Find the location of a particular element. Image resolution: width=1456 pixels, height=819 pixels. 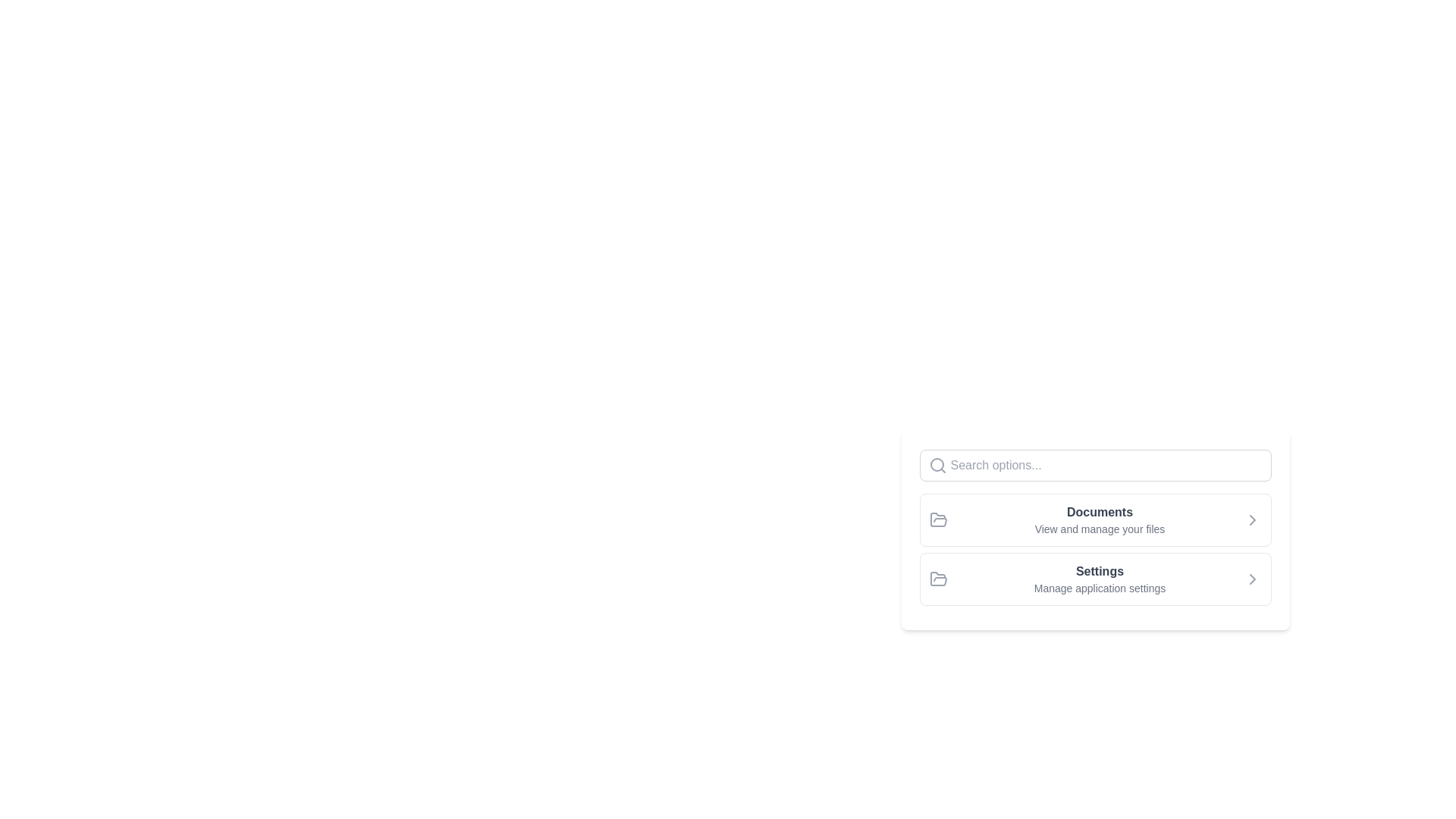

the 'Documents' button, which is the first option in the vertical list, featuring a folder icon and a chevron-right icon on the right is located at coordinates (1095, 519).